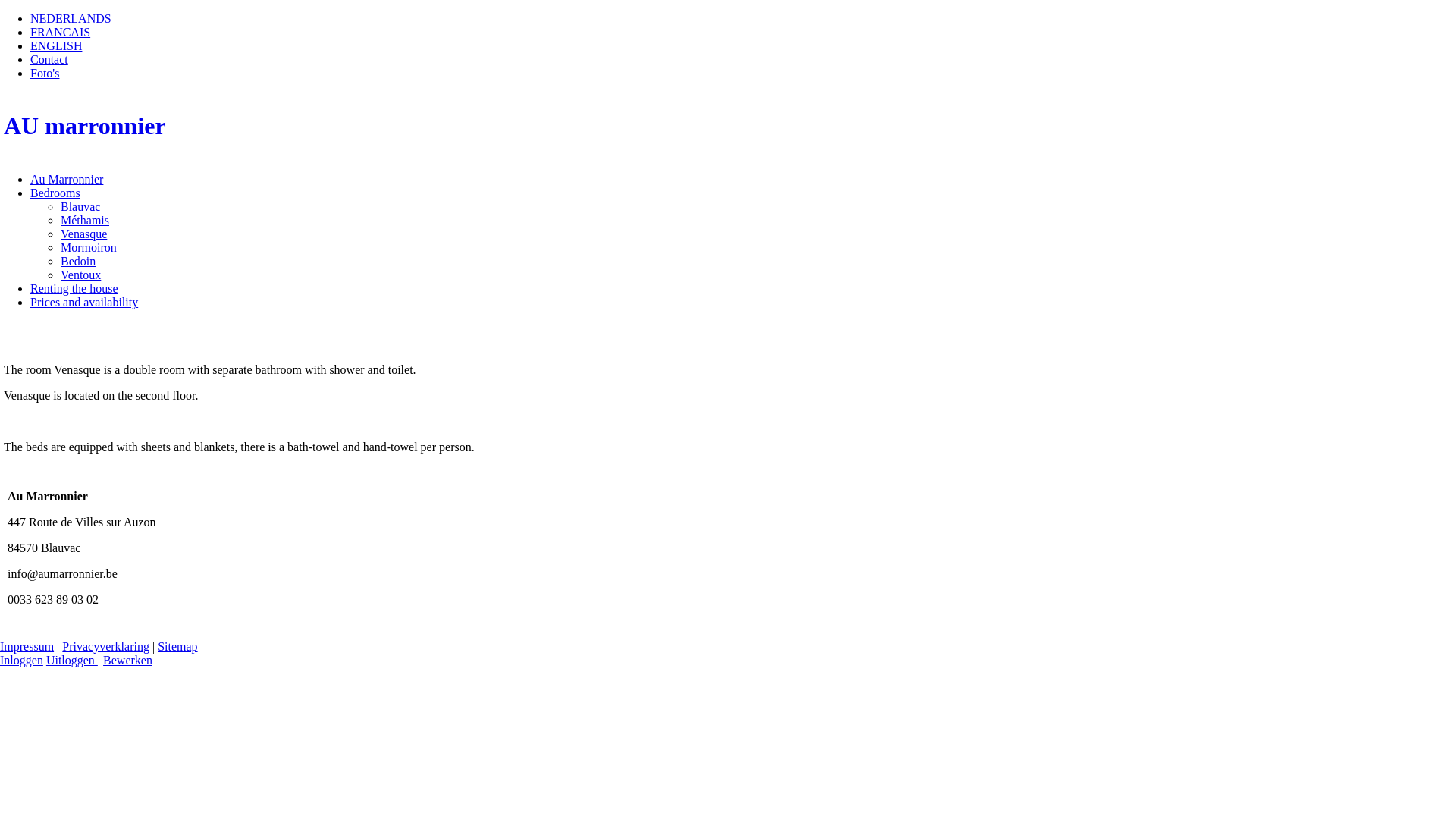 The image size is (1456, 819). I want to click on 'Sitemap', so click(177, 646).